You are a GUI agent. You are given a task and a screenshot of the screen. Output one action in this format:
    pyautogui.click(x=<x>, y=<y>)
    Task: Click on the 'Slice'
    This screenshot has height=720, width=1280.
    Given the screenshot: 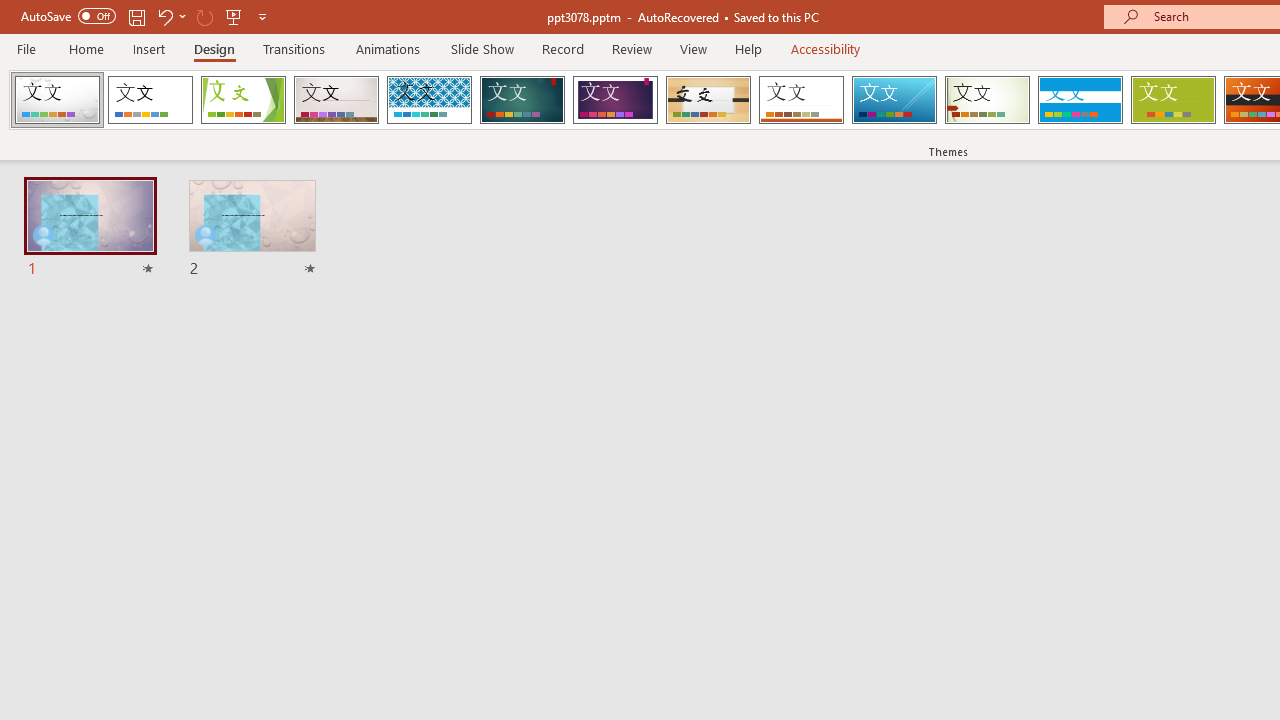 What is the action you would take?
    pyautogui.click(x=893, y=100)
    